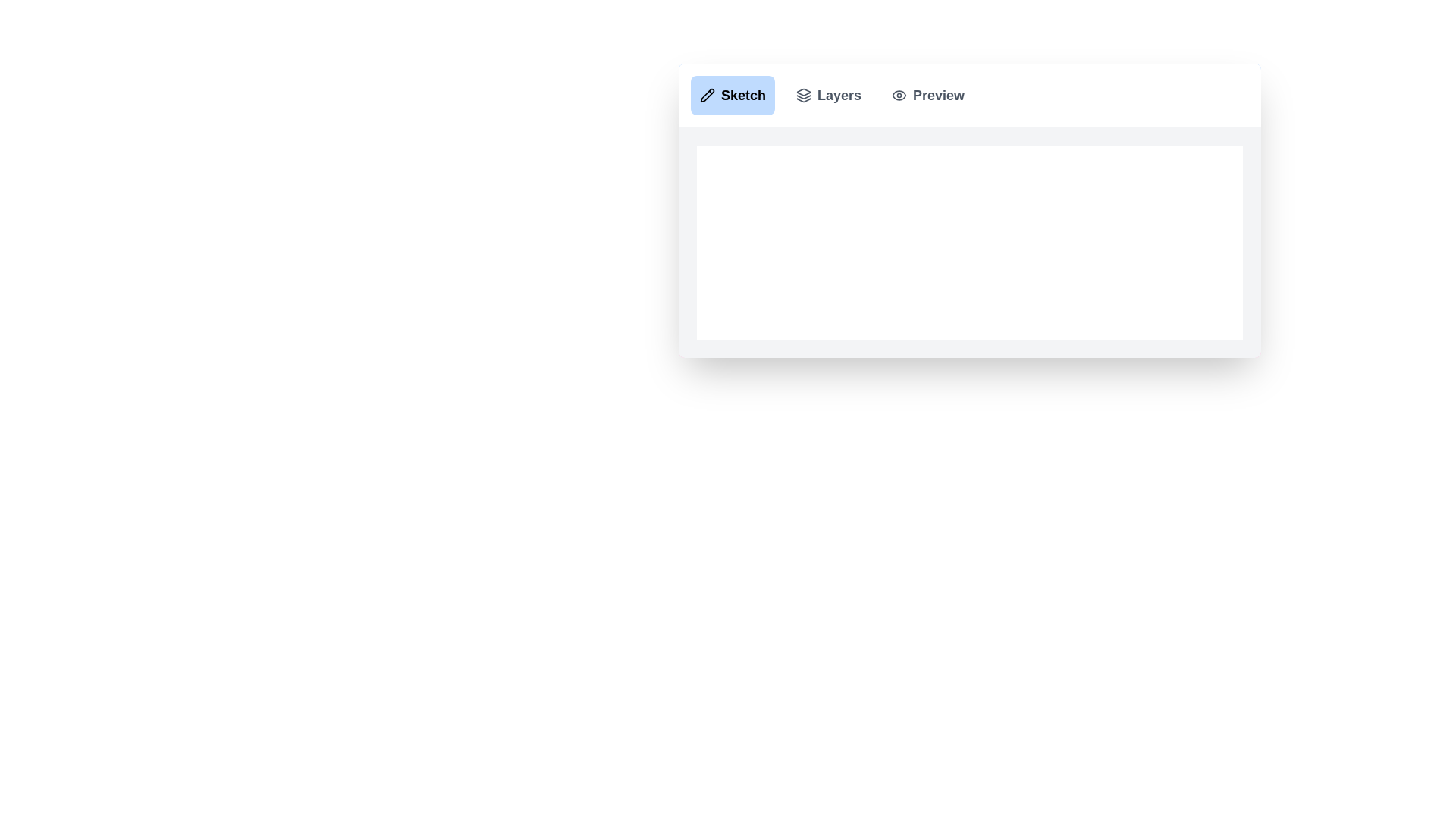 This screenshot has height=819, width=1456. Describe the element at coordinates (927, 96) in the screenshot. I see `the Preview tab` at that location.